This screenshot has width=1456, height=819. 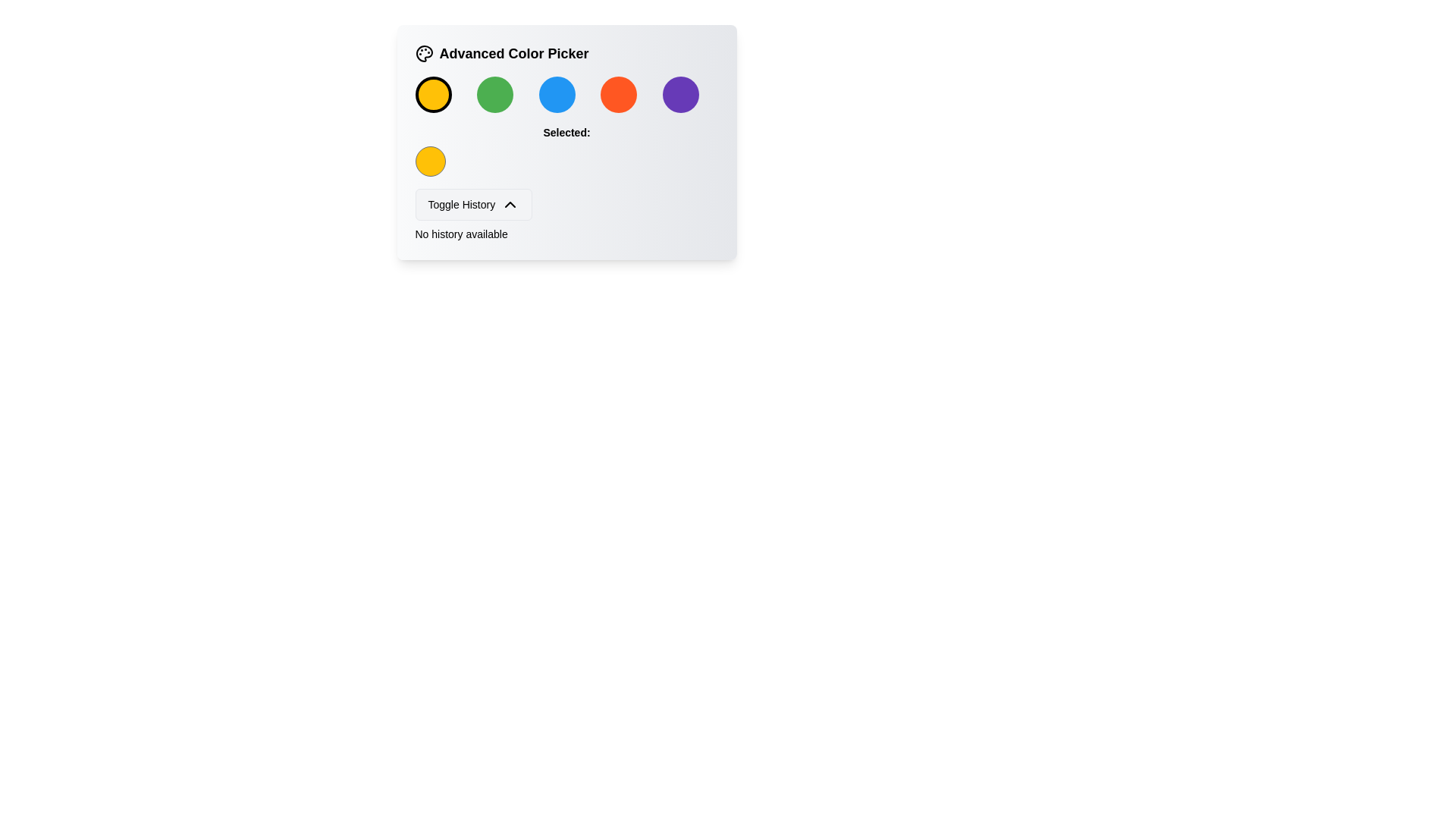 I want to click on the chevron-shaped icon resembling an upward-pointing triangle located at the right-end of the 'Toggle History' button to receive feedback, so click(x=510, y=205).